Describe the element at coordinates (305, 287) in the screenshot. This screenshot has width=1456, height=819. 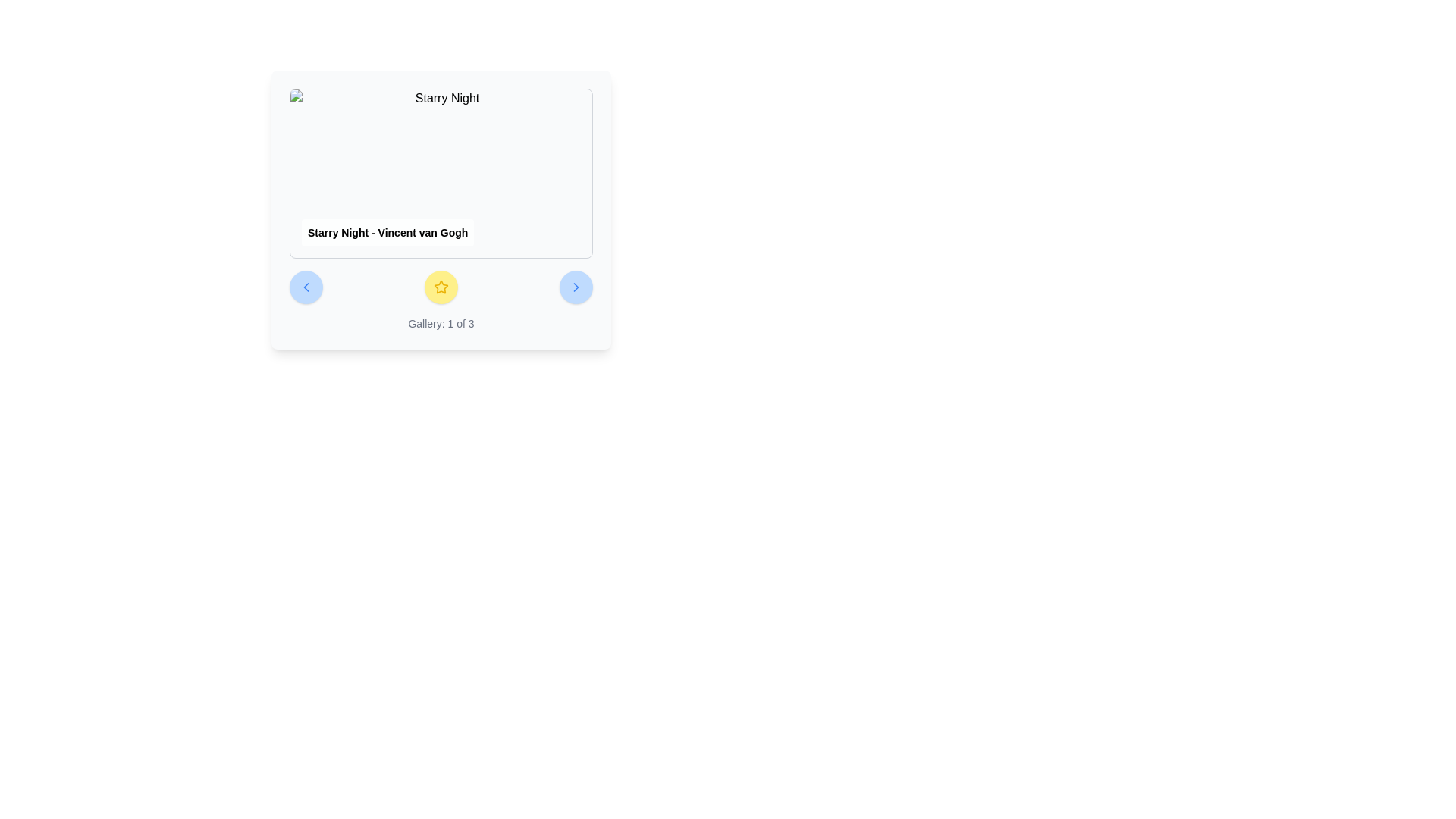
I see `the first interactive button that allows users to navigate to the previous item in the gallery or carousel for keyboard navigation` at that location.